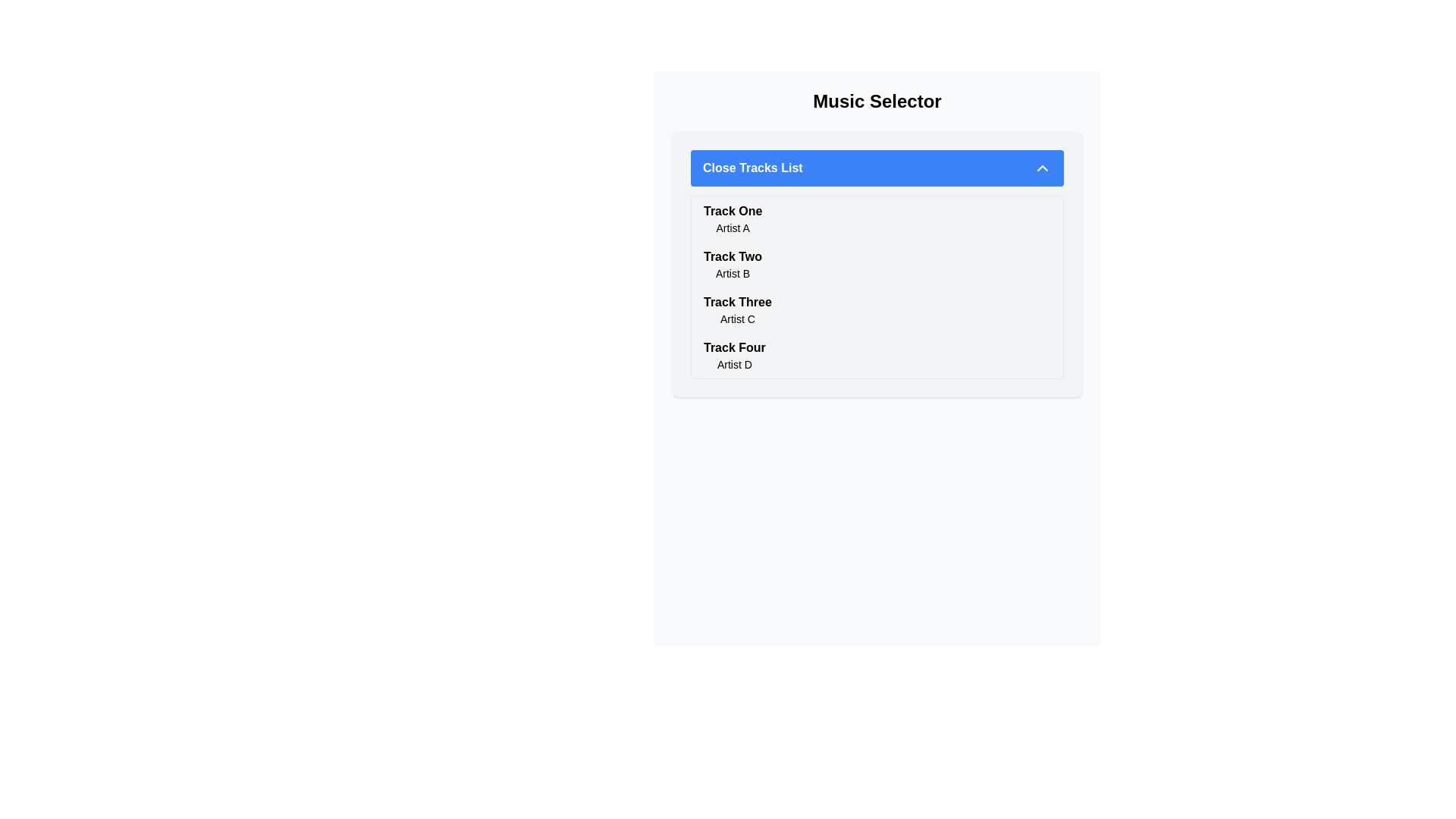 This screenshot has height=819, width=1456. Describe the element at coordinates (734, 356) in the screenshot. I see `the 'Track Four' text label` at that location.